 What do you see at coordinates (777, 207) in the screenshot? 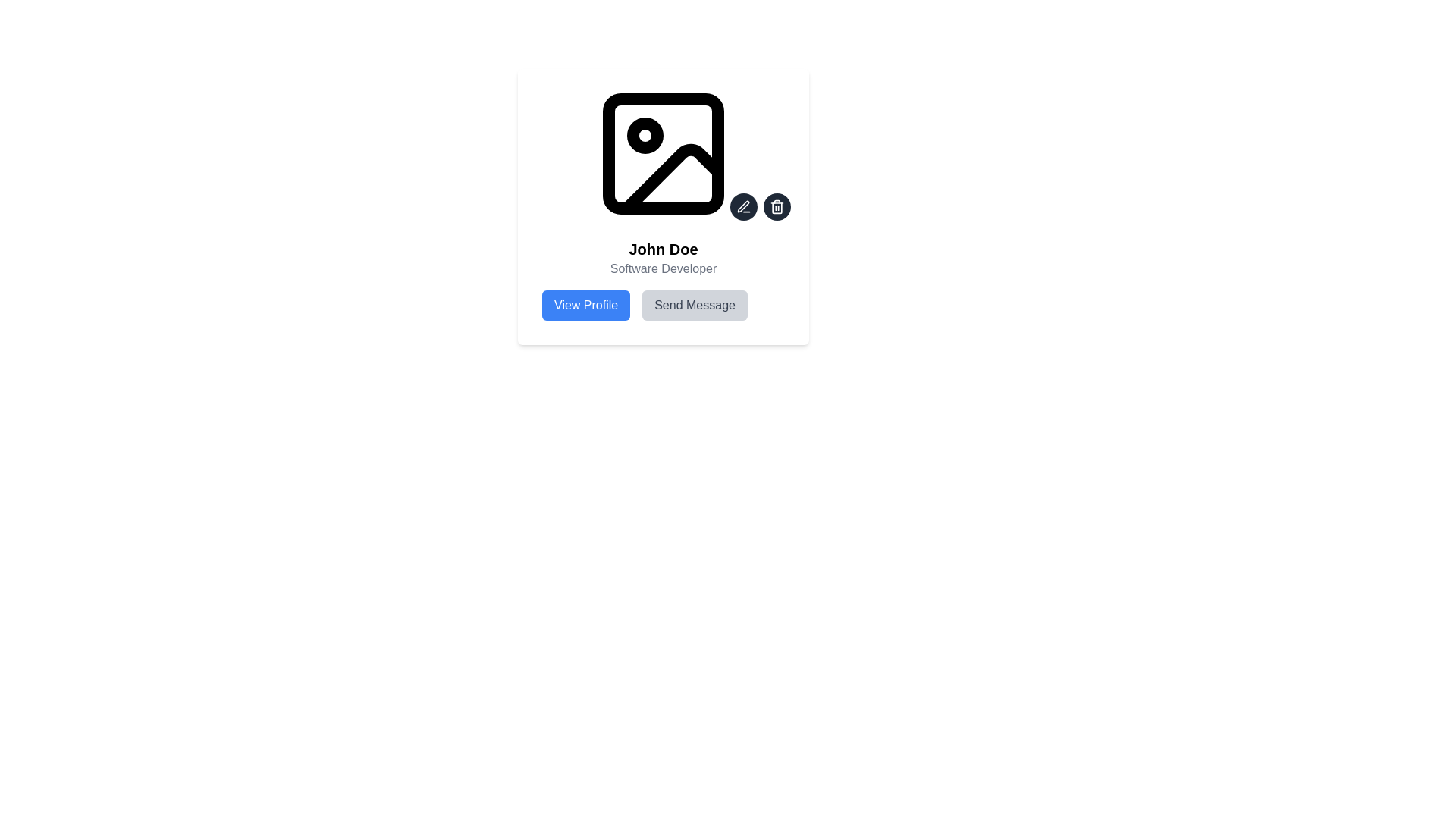
I see `the small circular button with a dark gray background and a white trashcan icon located in the lower right corner of the user profile card` at bounding box center [777, 207].